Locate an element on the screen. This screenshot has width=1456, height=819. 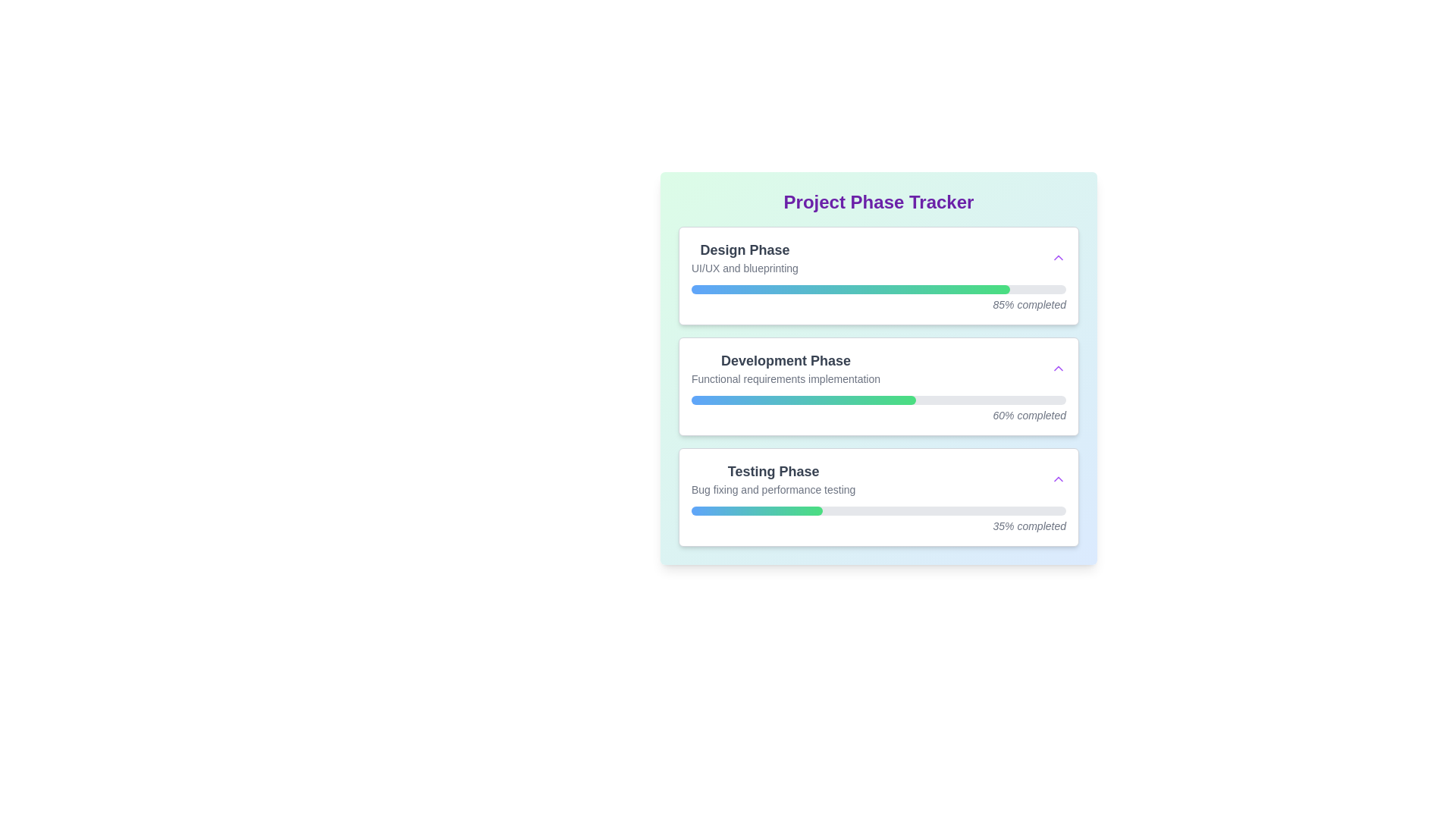
the progress bar indicating 60% completion in the 'Development Phase' of the 'Project Phase Tracker' interface is located at coordinates (878, 409).